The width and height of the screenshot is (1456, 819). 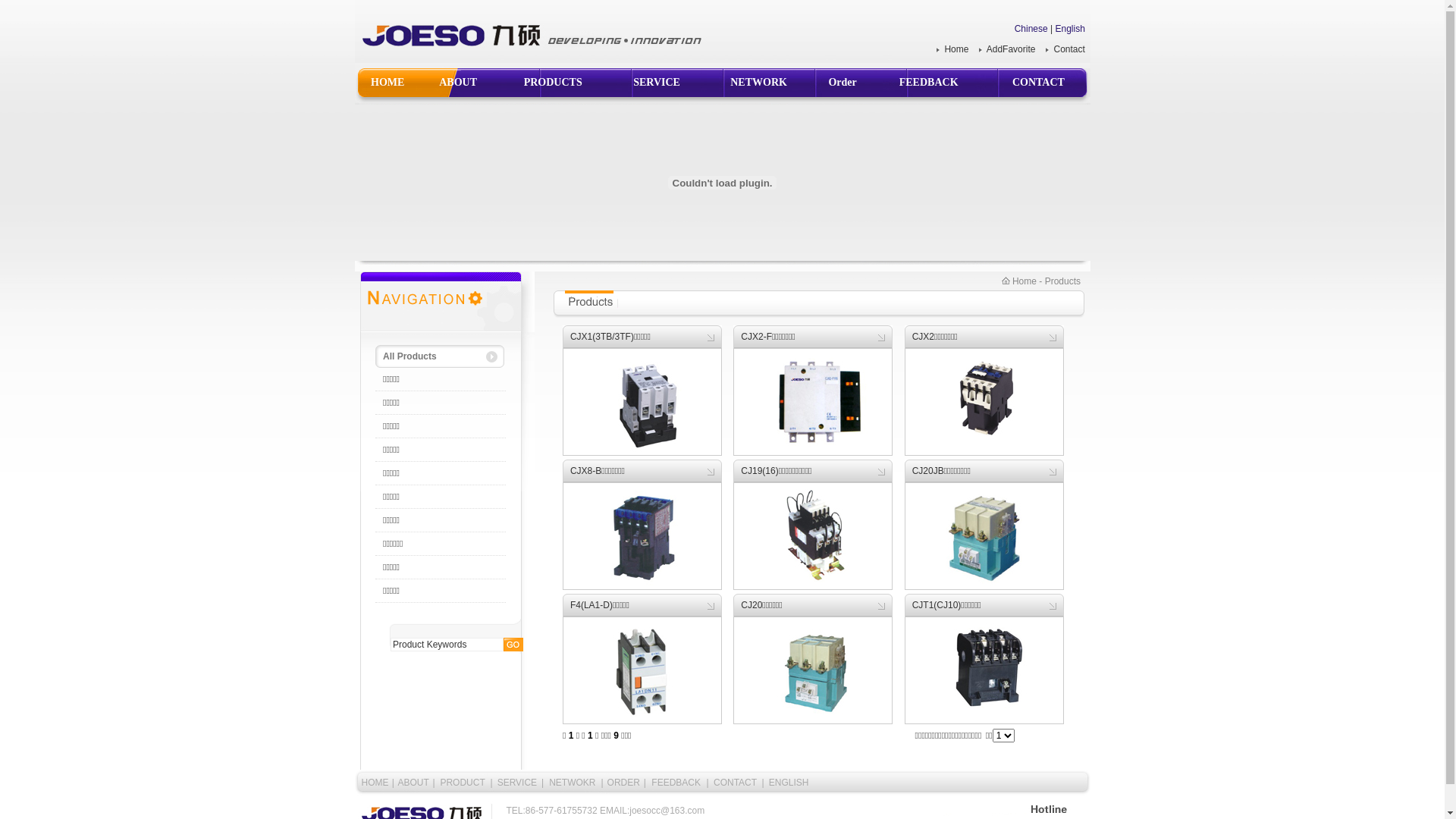 I want to click on 'CONTACT', so click(x=1012, y=77).